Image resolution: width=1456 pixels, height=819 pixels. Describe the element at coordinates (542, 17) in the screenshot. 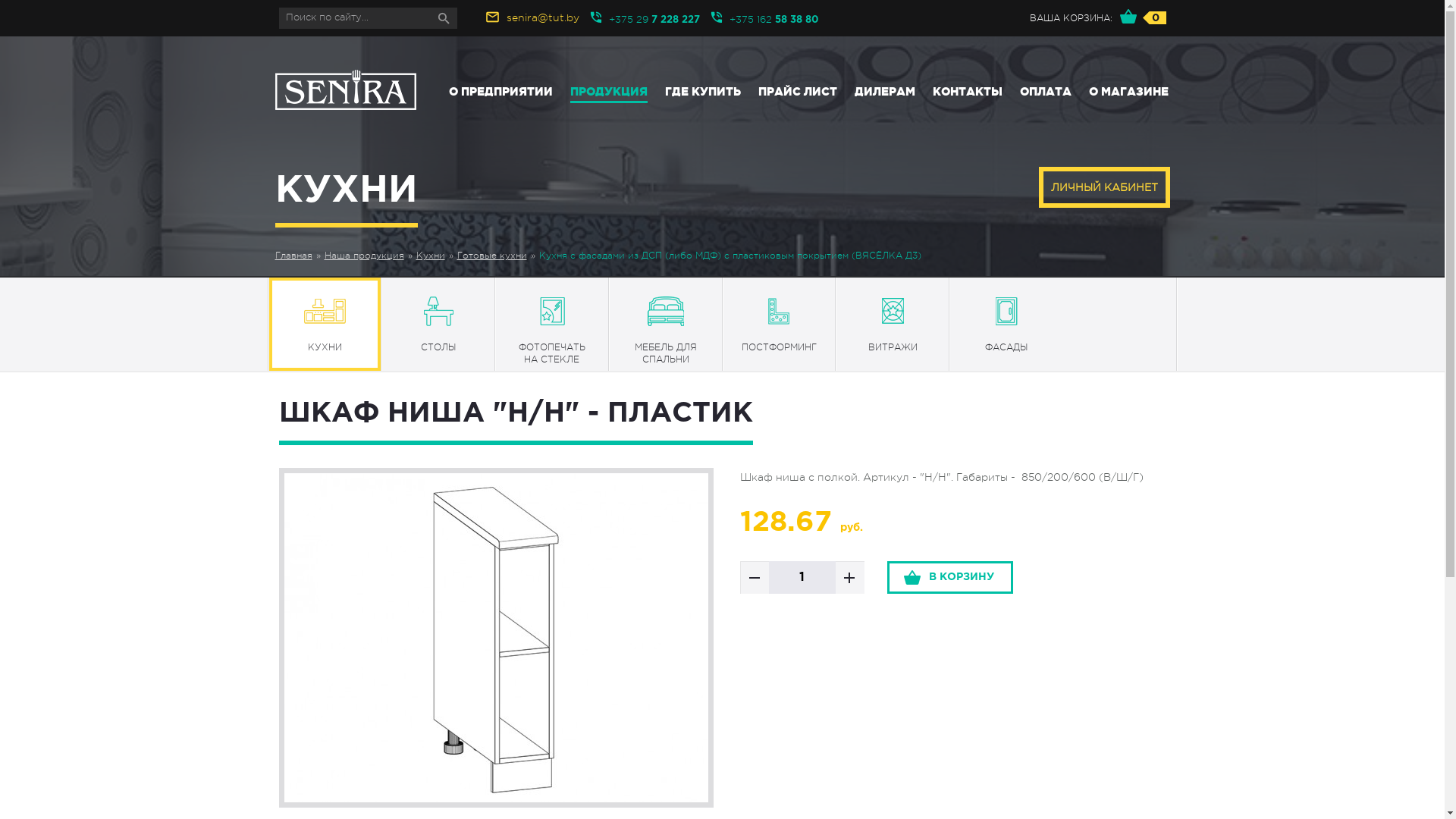

I see `'senira@tut.by'` at that location.